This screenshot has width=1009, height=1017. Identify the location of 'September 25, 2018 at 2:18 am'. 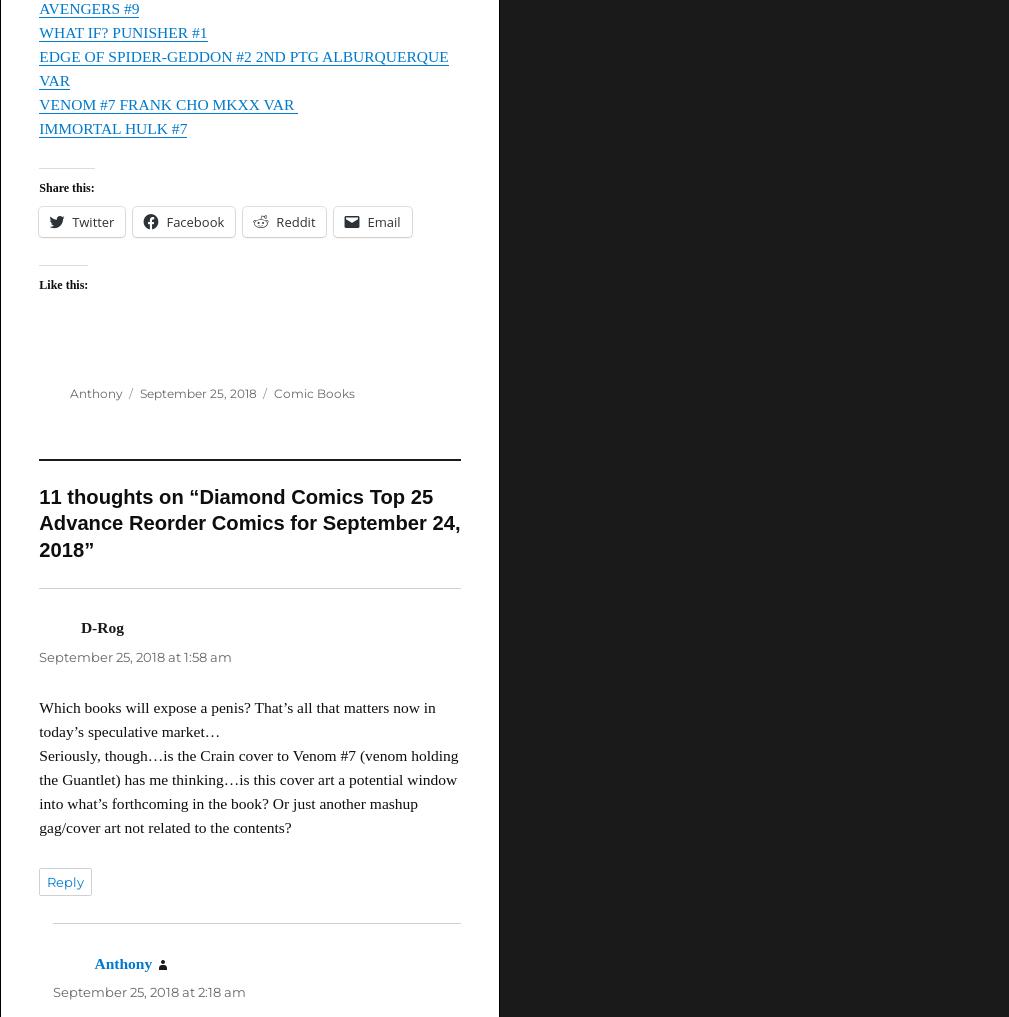
(50, 991).